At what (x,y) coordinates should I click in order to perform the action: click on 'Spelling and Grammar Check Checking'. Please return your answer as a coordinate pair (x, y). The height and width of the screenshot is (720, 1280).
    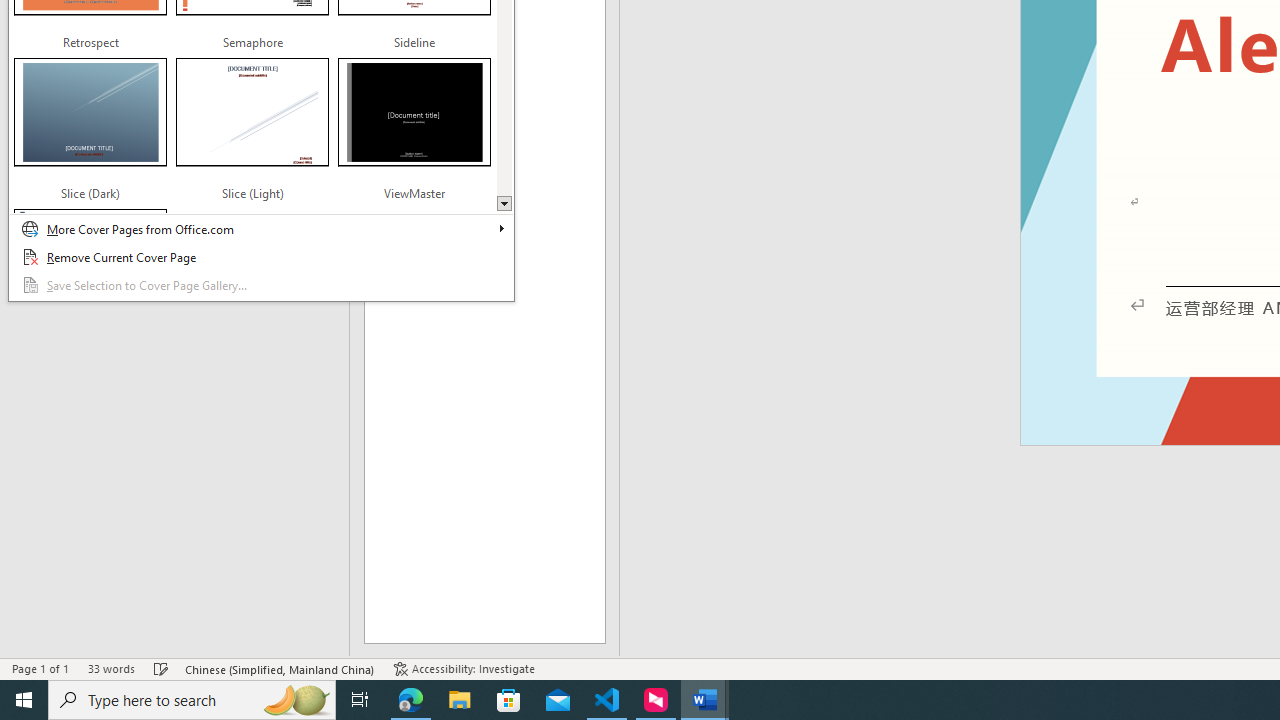
    Looking at the image, I should click on (161, 669).